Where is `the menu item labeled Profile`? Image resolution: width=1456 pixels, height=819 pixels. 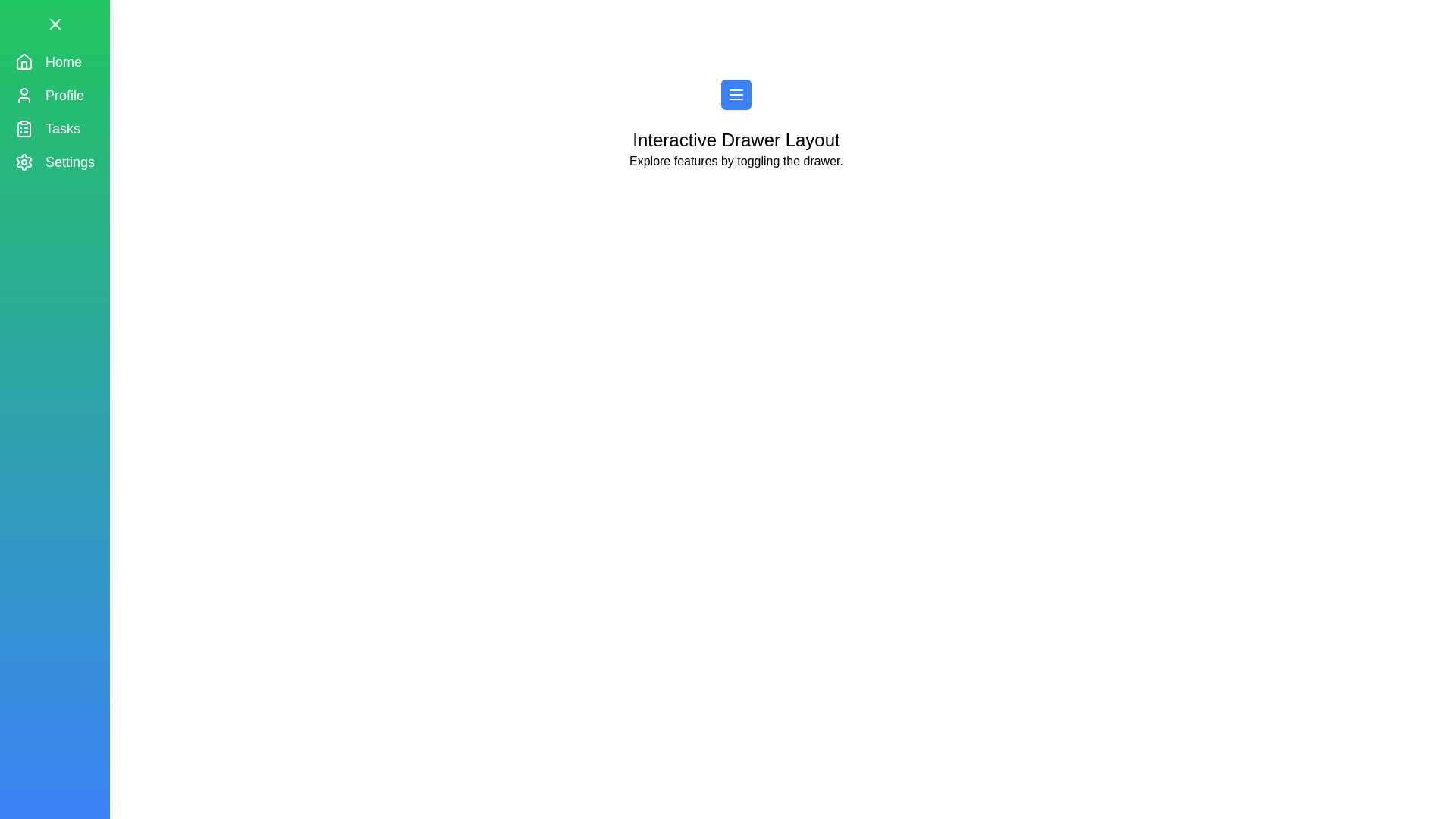
the menu item labeled Profile is located at coordinates (55, 96).